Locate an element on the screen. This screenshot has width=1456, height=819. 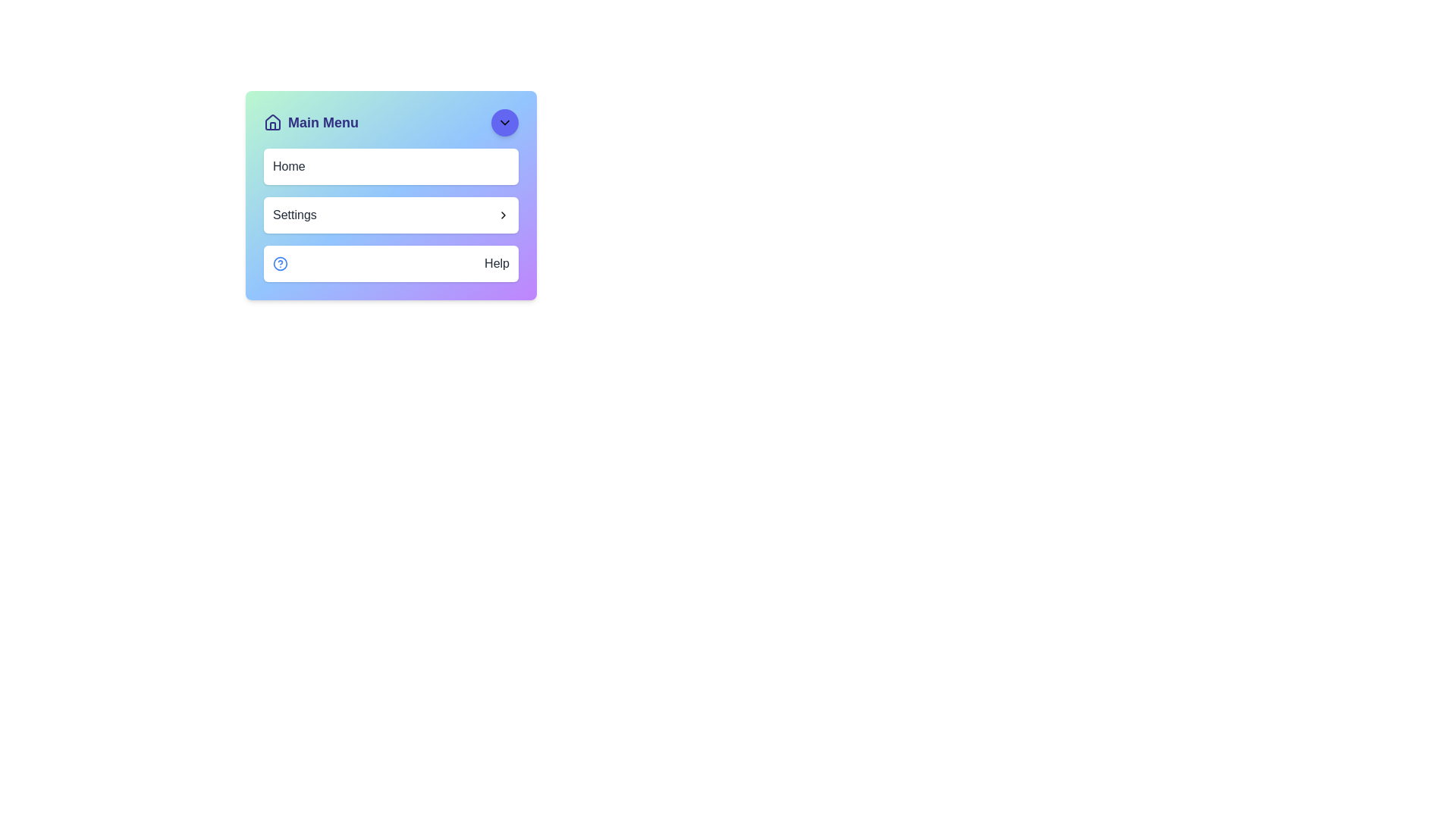
the 'Settings' interactive list item, which is the second item in a vertical list is located at coordinates (391, 215).